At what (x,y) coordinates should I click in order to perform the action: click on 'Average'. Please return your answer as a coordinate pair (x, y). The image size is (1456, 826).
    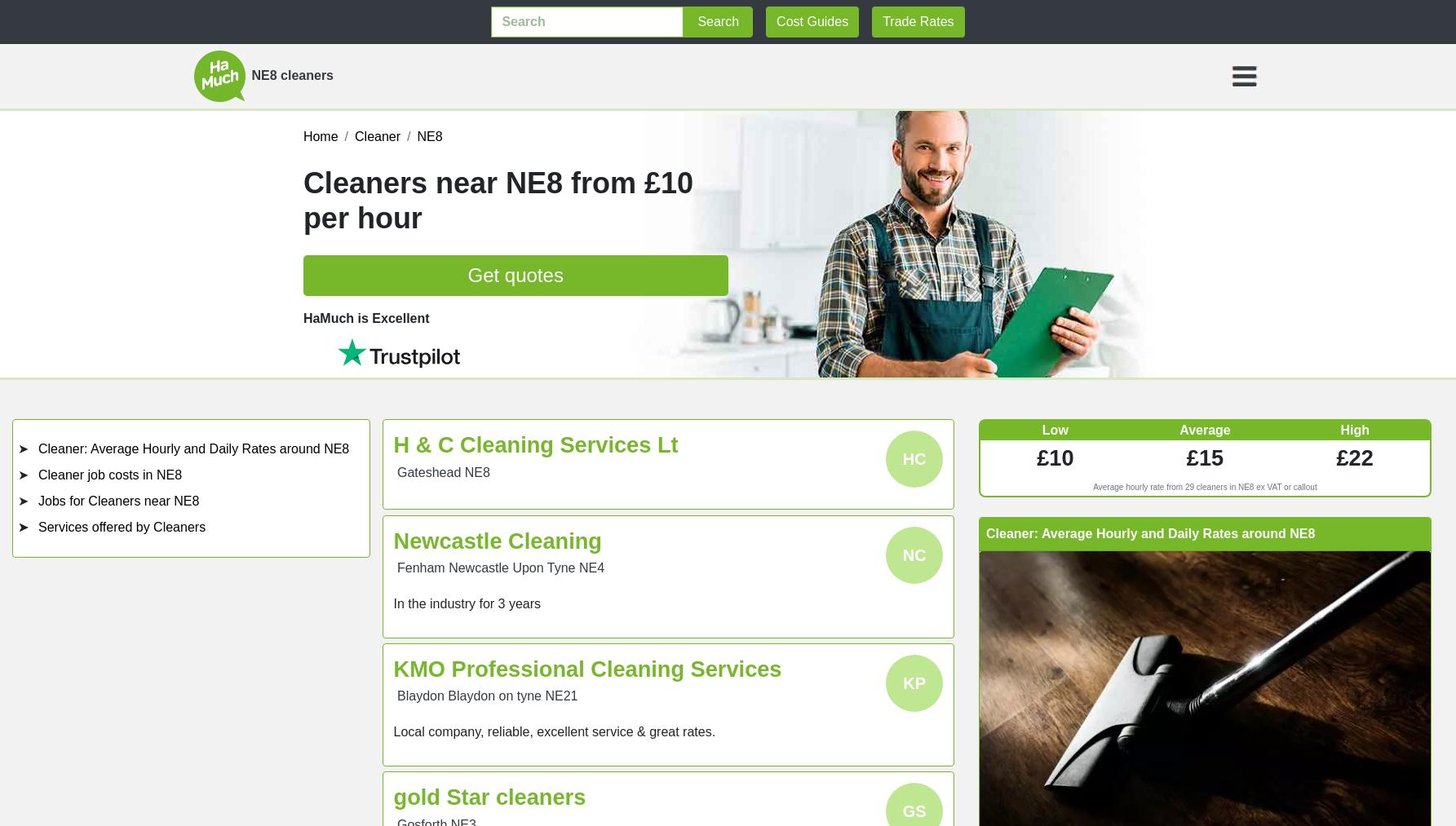
    Looking at the image, I should click on (1179, 430).